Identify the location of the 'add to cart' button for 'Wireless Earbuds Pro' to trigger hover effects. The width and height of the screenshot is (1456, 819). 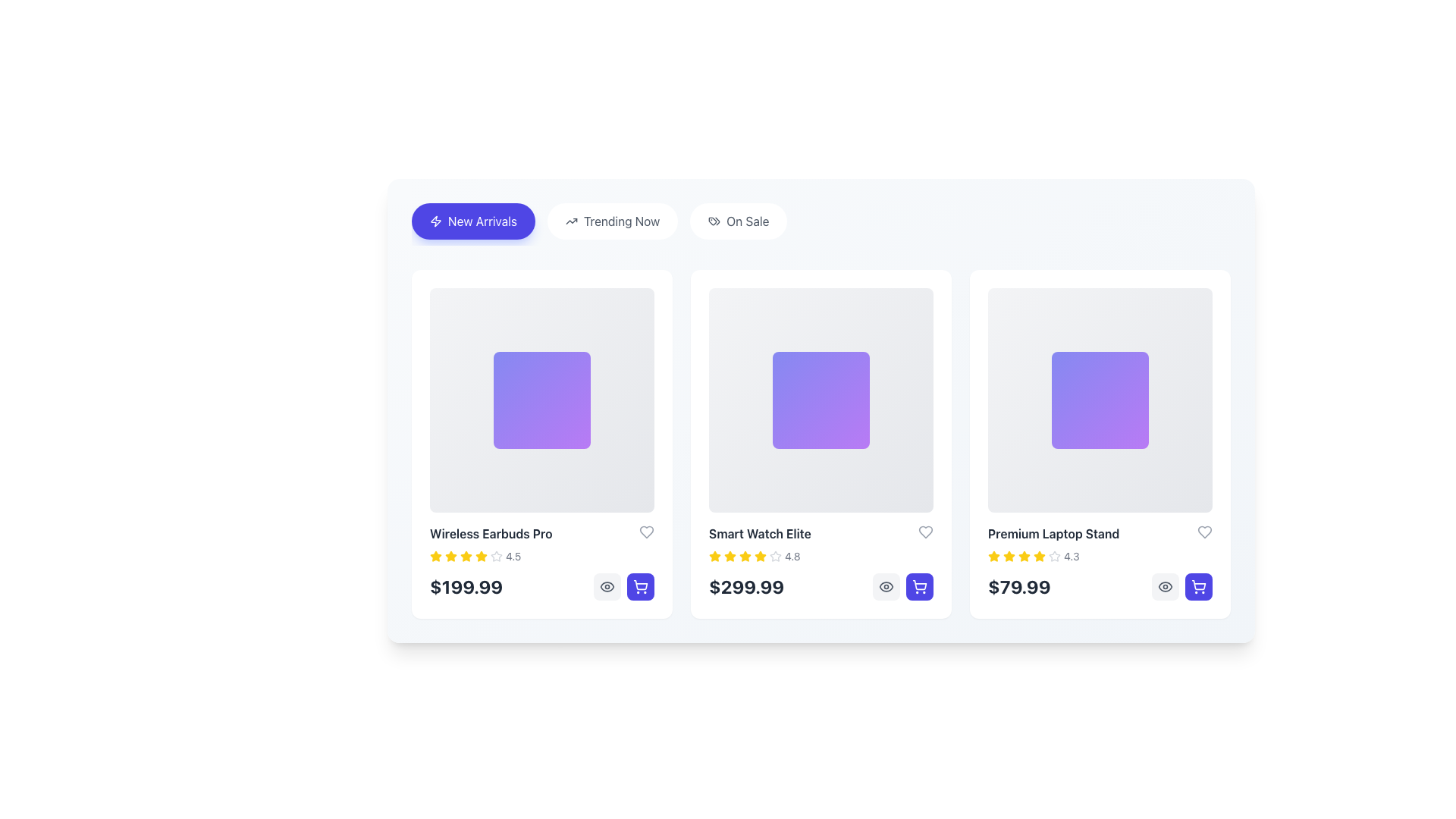
(640, 586).